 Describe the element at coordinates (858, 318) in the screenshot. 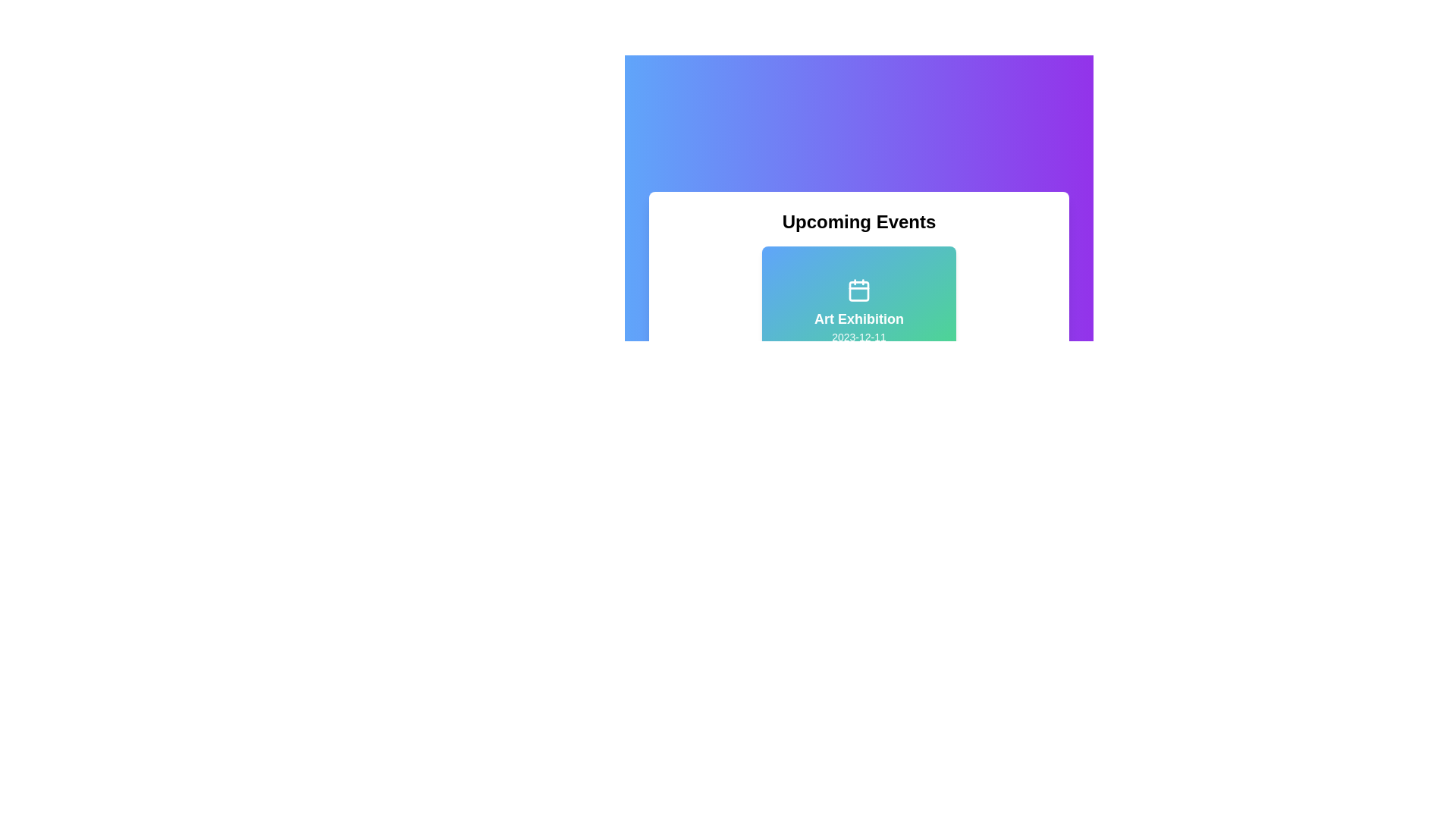

I see `the text label displaying 'Art Exhibition', which is styled with a bold white font and located below a calendar icon against a green-to-blue gradient background` at that location.